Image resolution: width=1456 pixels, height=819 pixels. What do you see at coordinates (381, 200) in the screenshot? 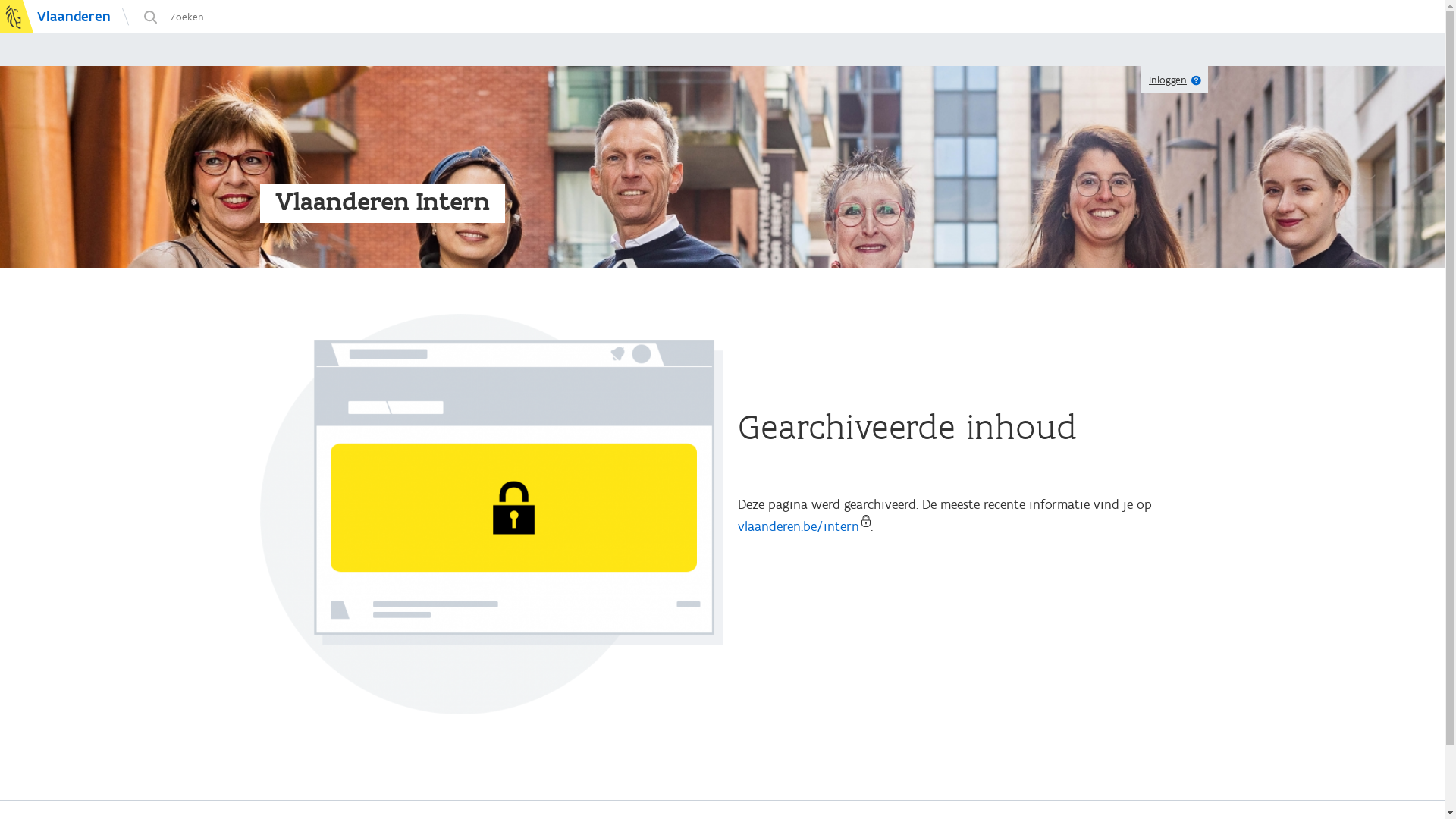
I see `'Vlaanderen Intern'` at bounding box center [381, 200].